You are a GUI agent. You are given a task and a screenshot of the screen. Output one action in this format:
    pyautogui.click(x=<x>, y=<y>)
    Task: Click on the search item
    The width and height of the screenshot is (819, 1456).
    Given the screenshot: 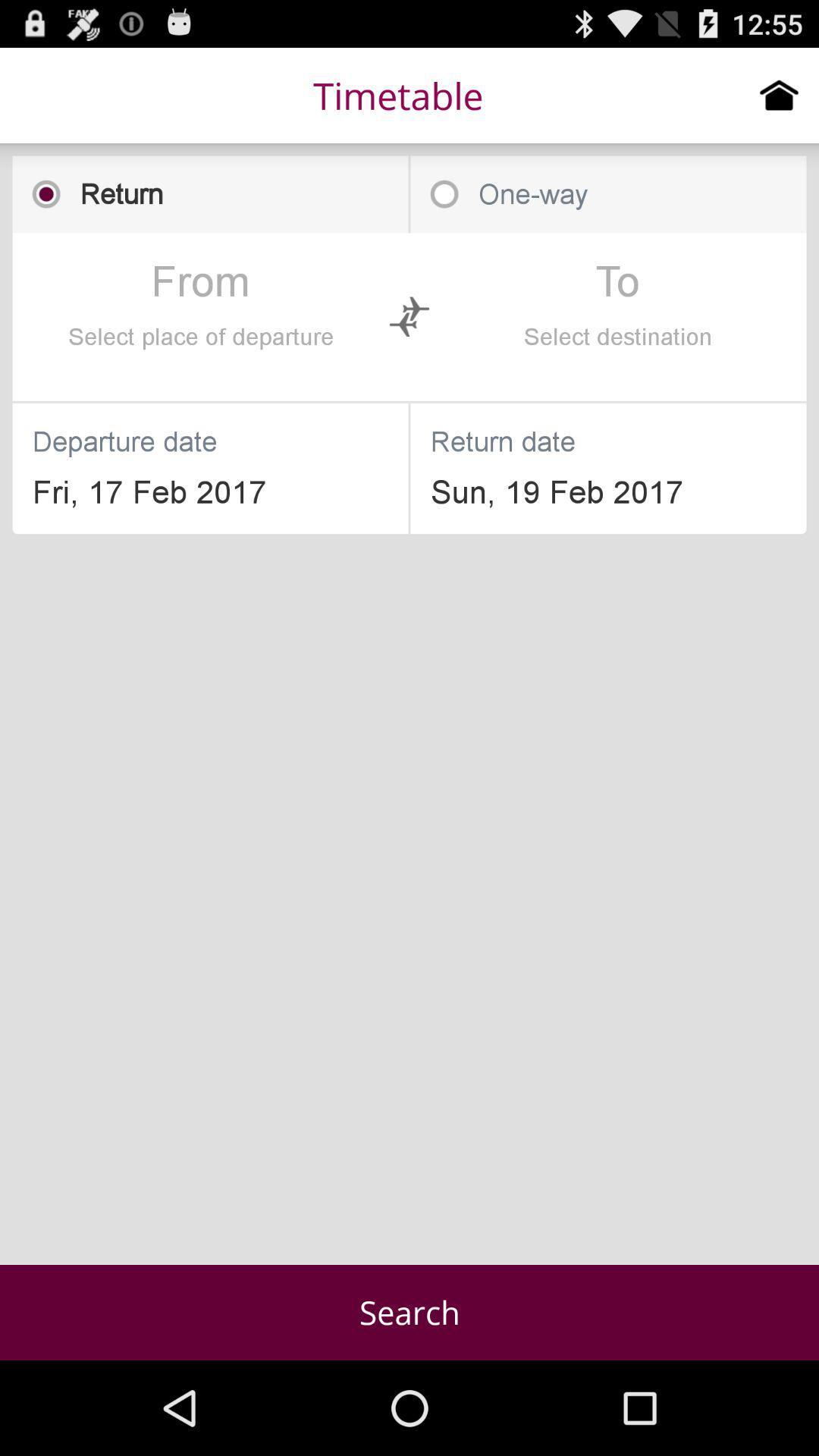 What is the action you would take?
    pyautogui.click(x=409, y=1312)
    